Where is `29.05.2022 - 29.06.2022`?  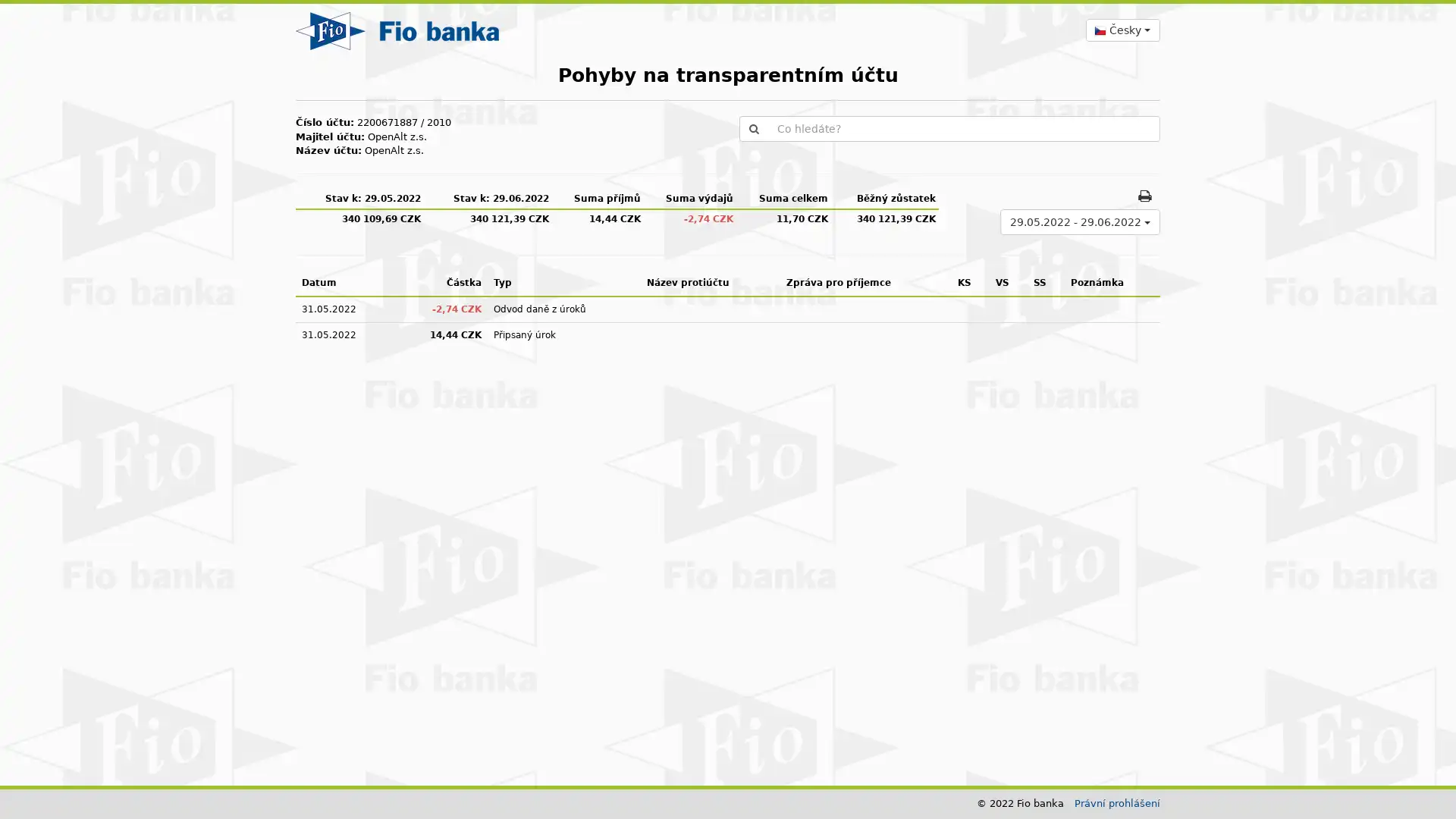
29.05.2022 - 29.06.2022 is located at coordinates (1079, 221).